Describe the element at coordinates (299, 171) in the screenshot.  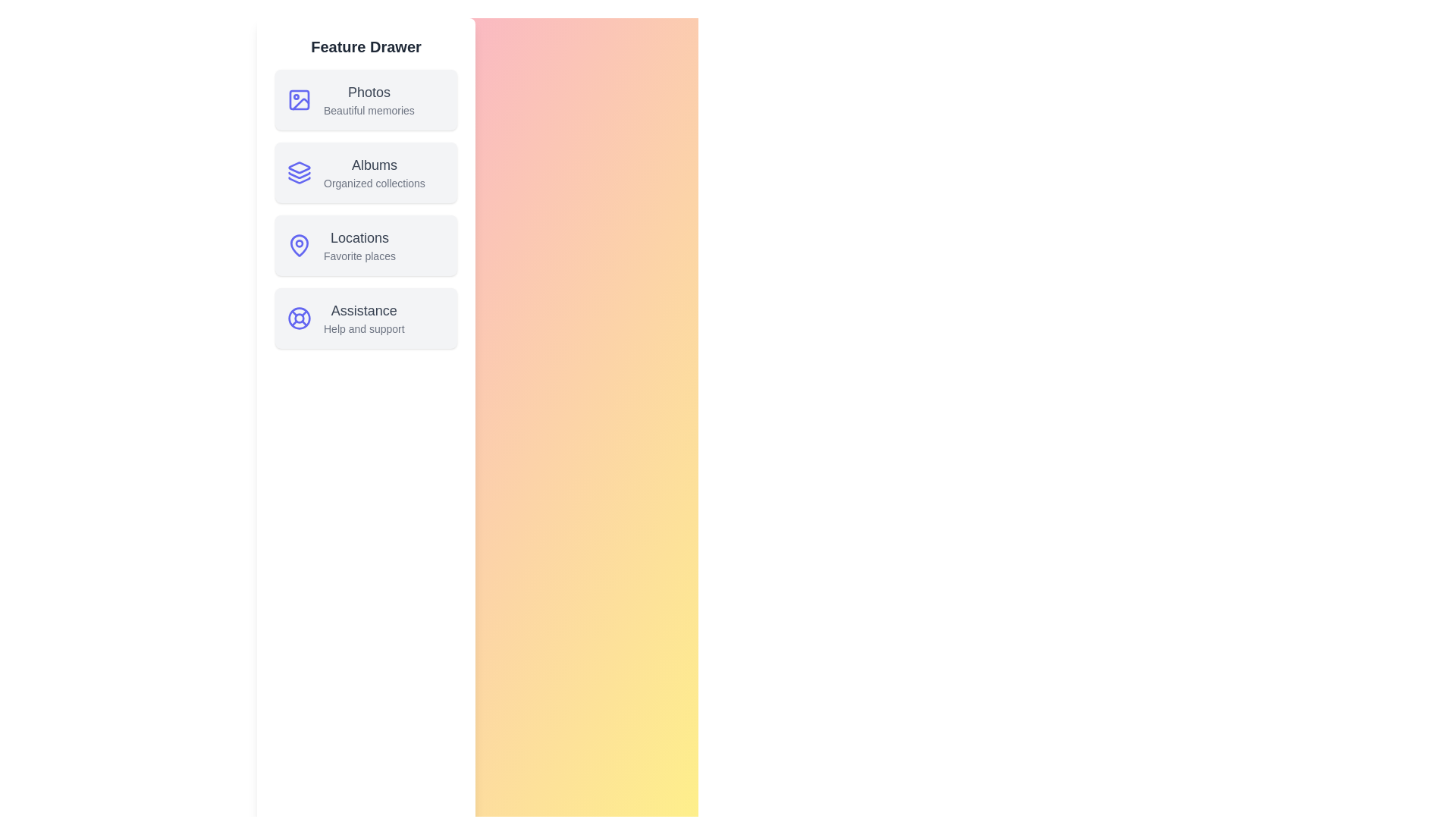
I see `the icon for Albums` at that location.